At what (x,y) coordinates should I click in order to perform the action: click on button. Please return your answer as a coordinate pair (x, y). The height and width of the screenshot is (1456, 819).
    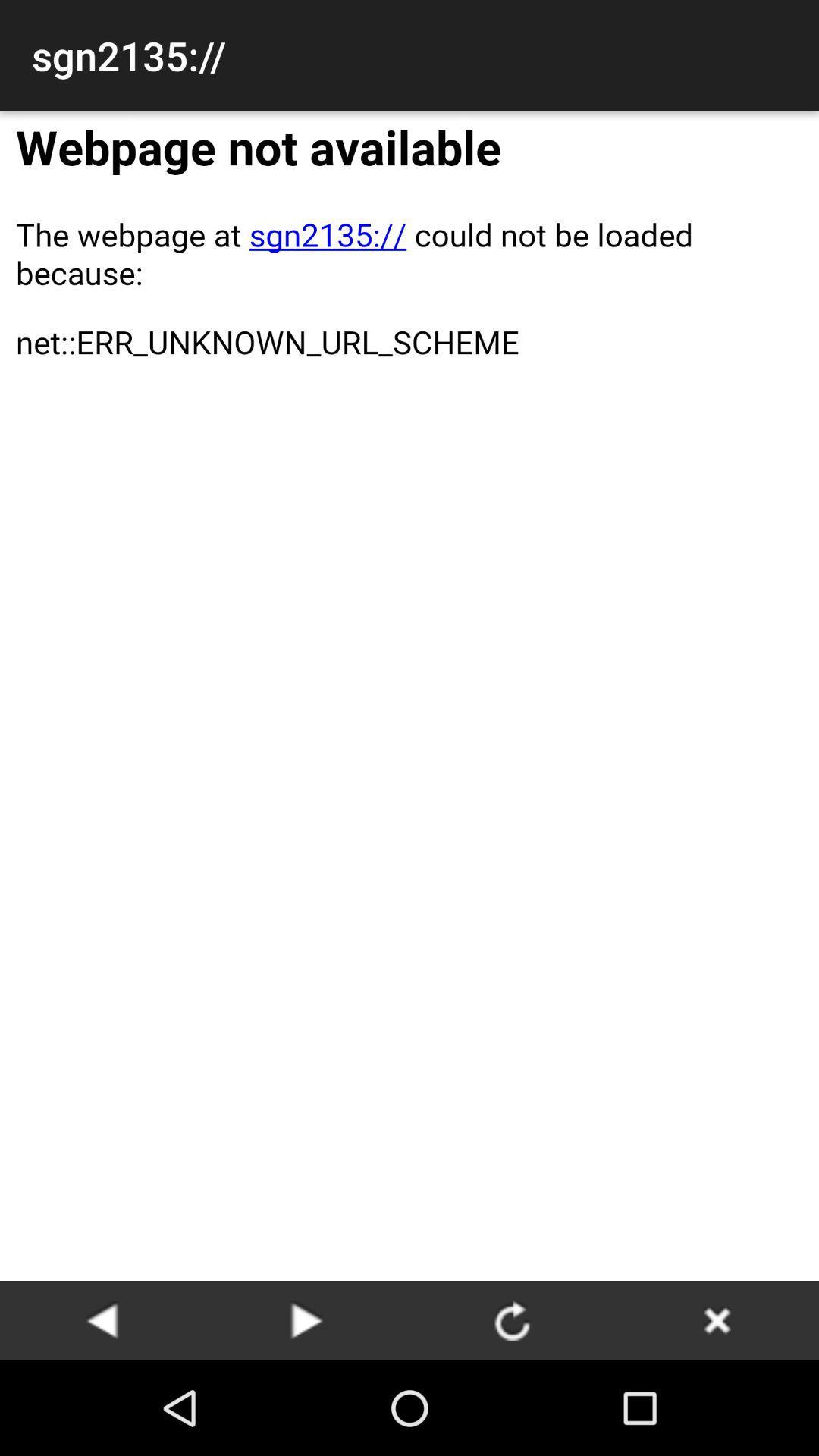
    Looking at the image, I should click on (717, 1319).